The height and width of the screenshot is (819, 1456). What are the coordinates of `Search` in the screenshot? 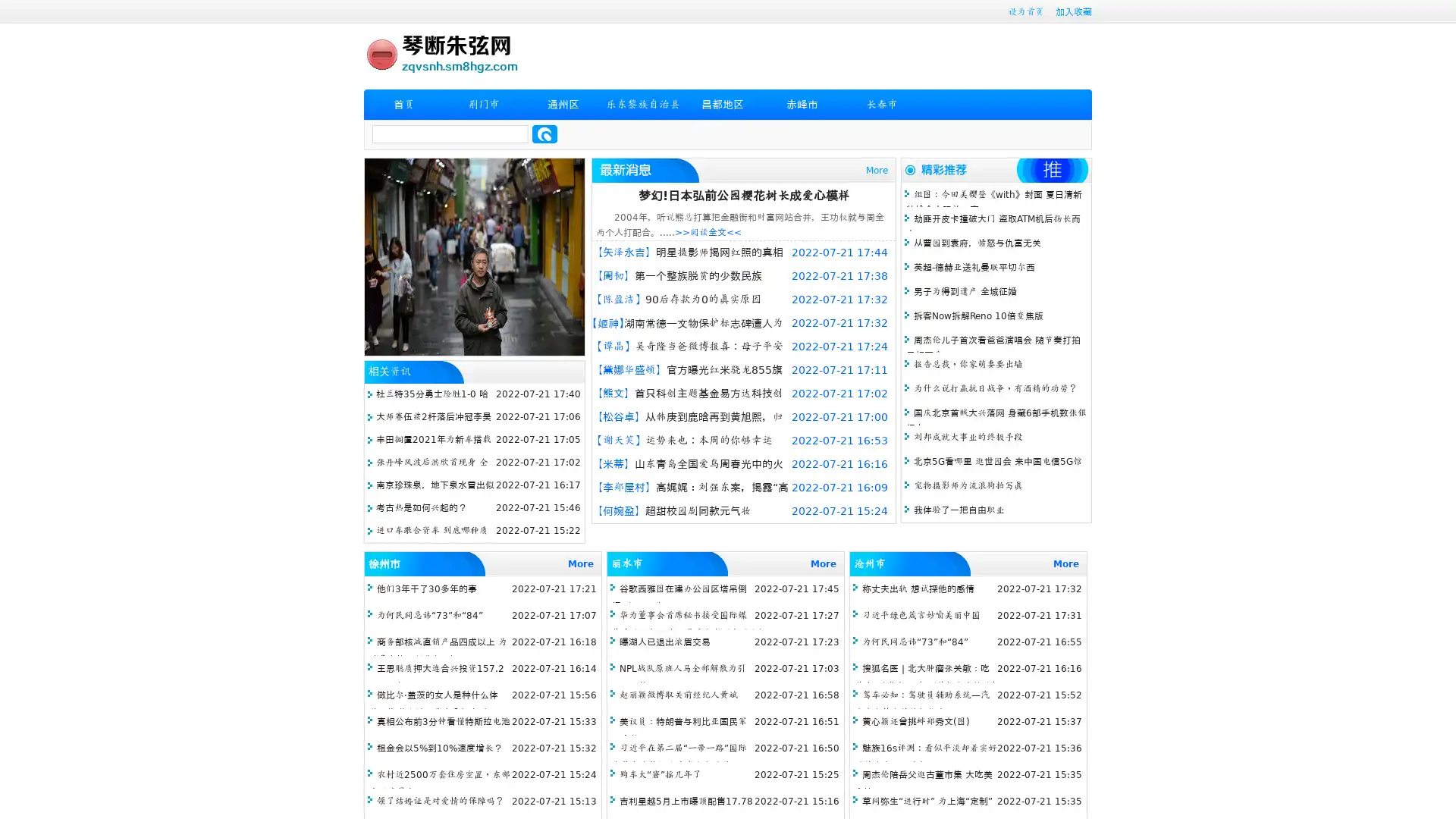 It's located at (544, 133).